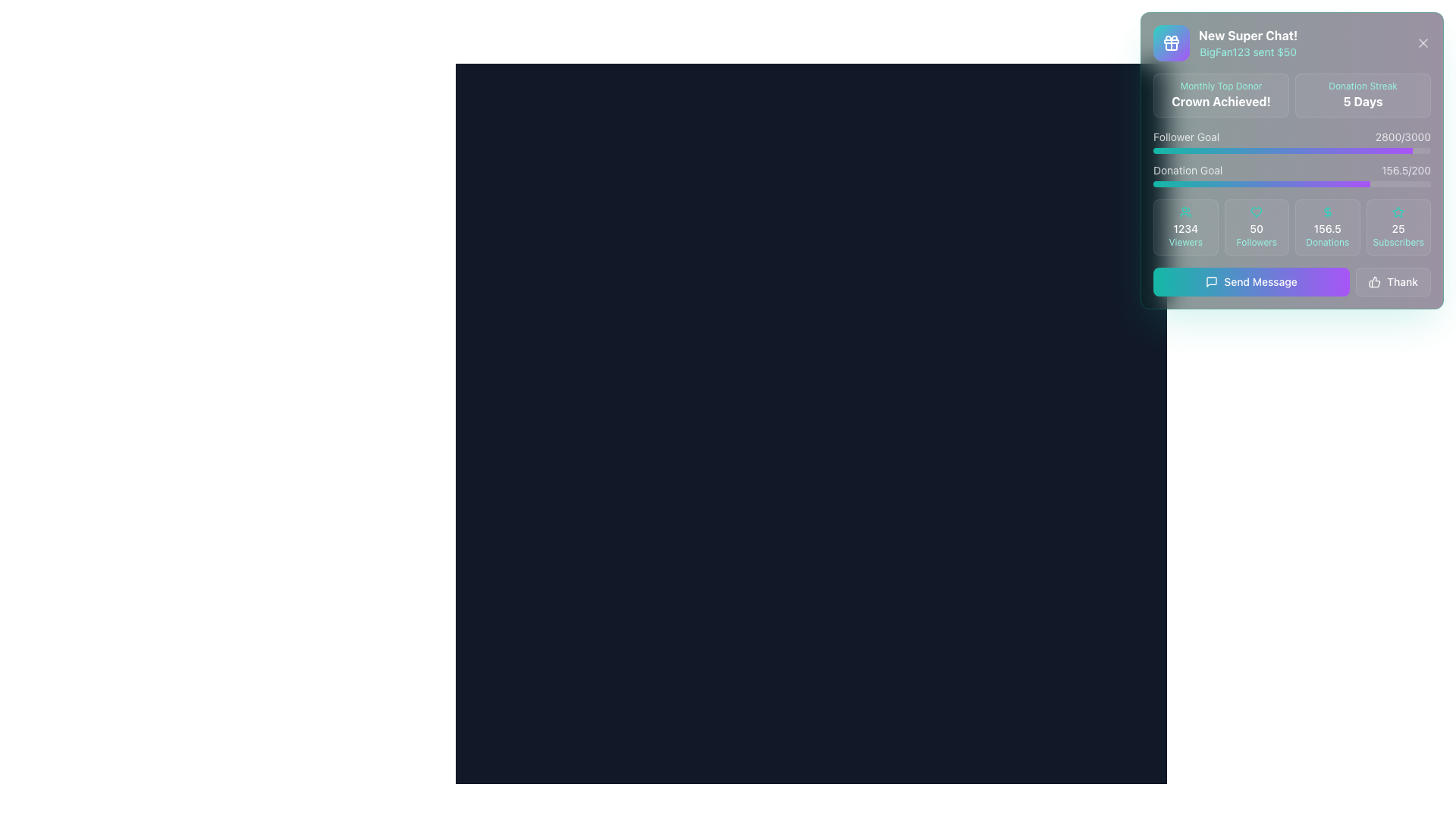 The height and width of the screenshot is (819, 1456). I want to click on the progress indication of the narrow gradient progress bar located underneath the 'Follower Goal' text, which displays '2800/3000', so click(1291, 151).